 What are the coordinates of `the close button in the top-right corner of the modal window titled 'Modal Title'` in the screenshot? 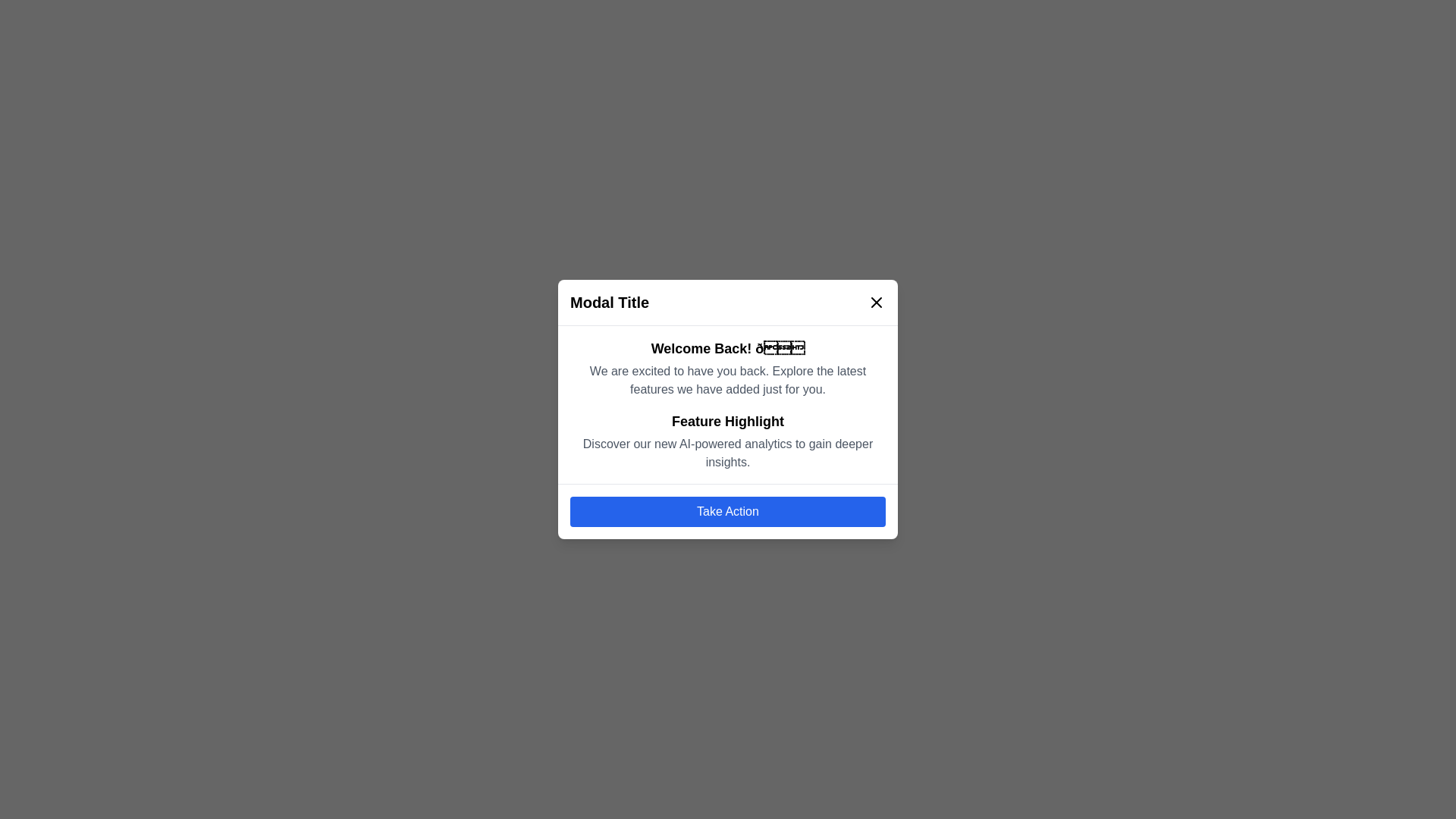 It's located at (877, 302).